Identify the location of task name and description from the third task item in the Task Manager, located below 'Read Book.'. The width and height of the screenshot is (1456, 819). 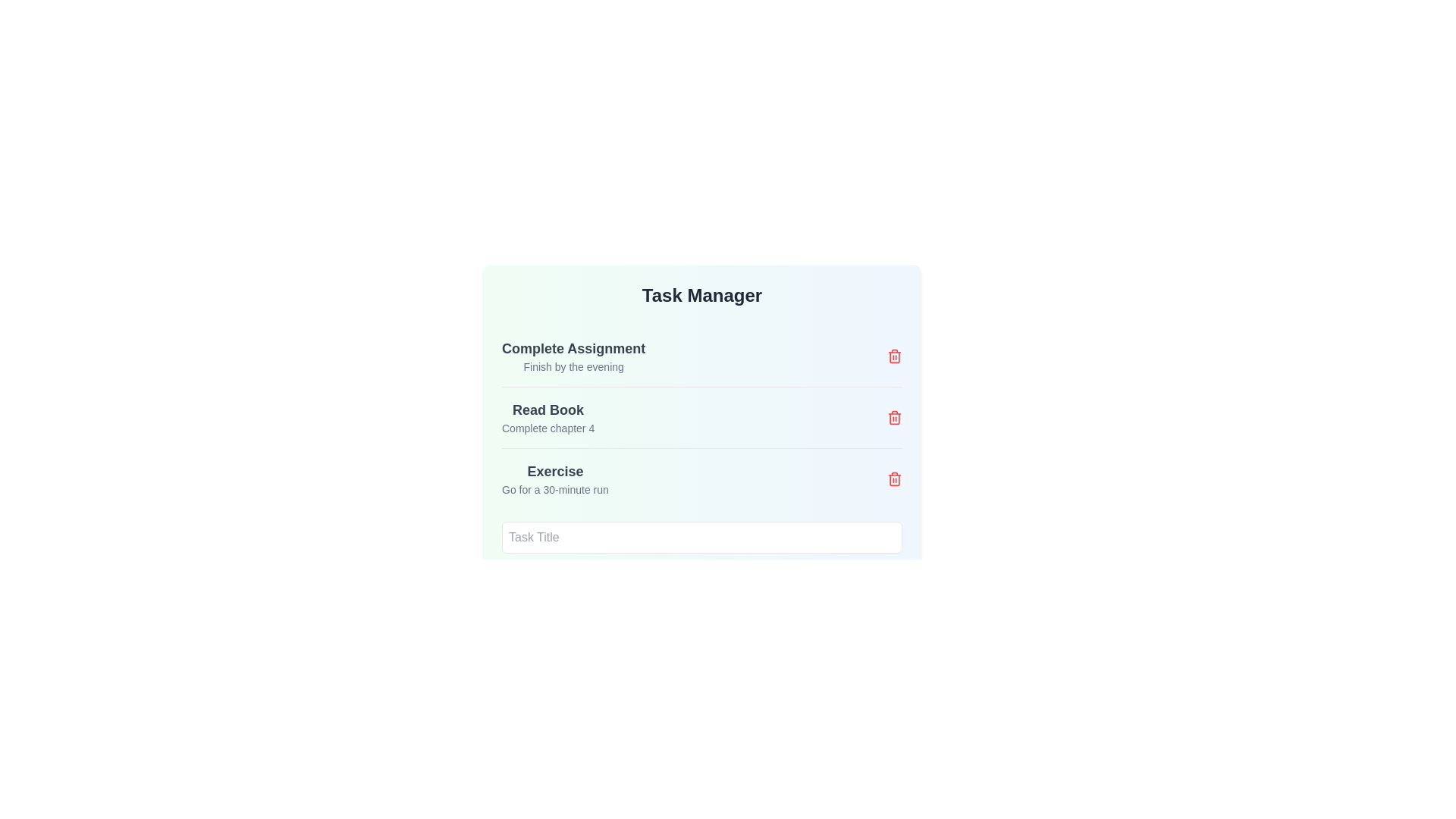
(701, 461).